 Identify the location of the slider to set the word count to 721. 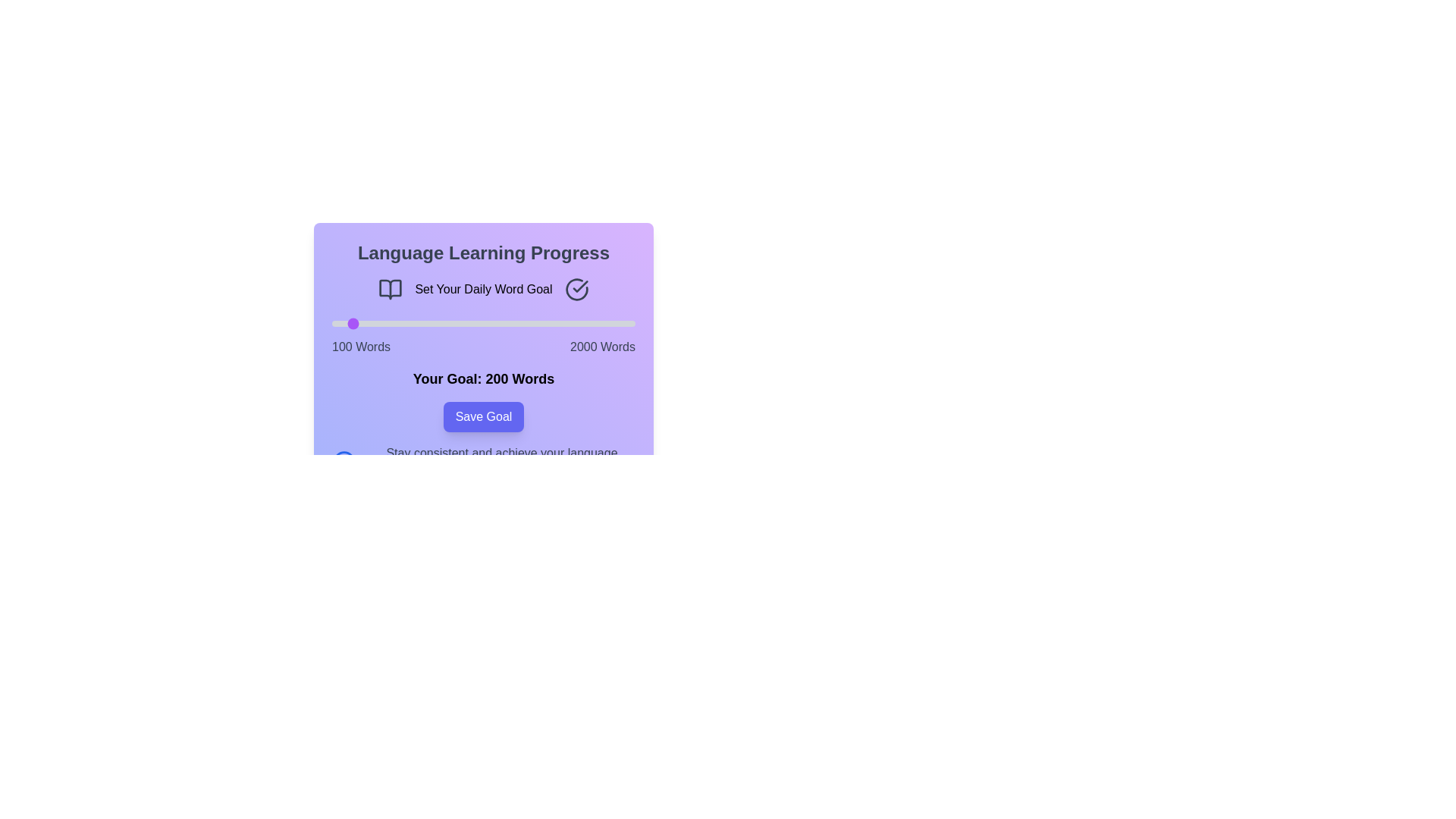
(430, 323).